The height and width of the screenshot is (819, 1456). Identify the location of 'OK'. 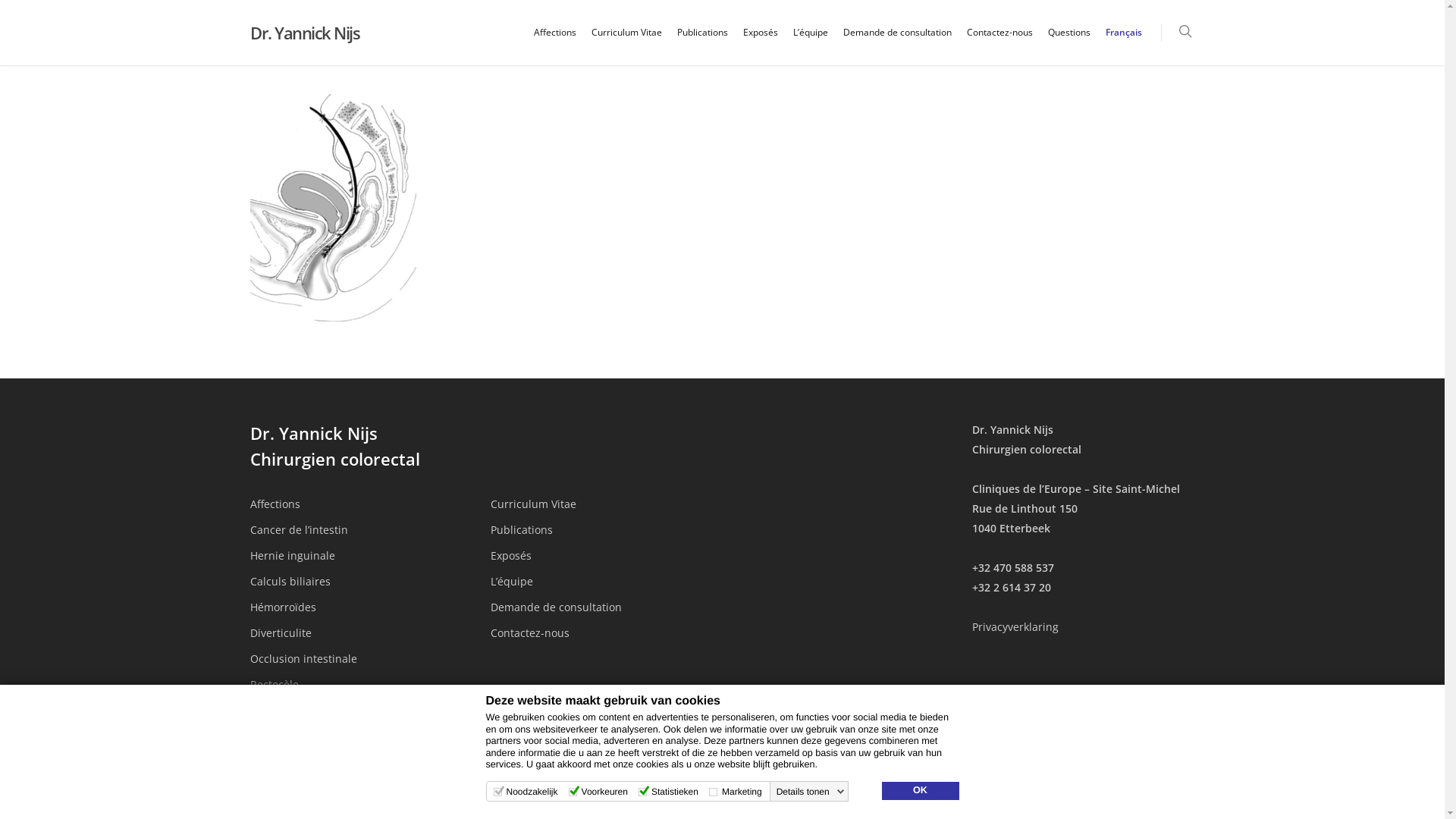
(919, 789).